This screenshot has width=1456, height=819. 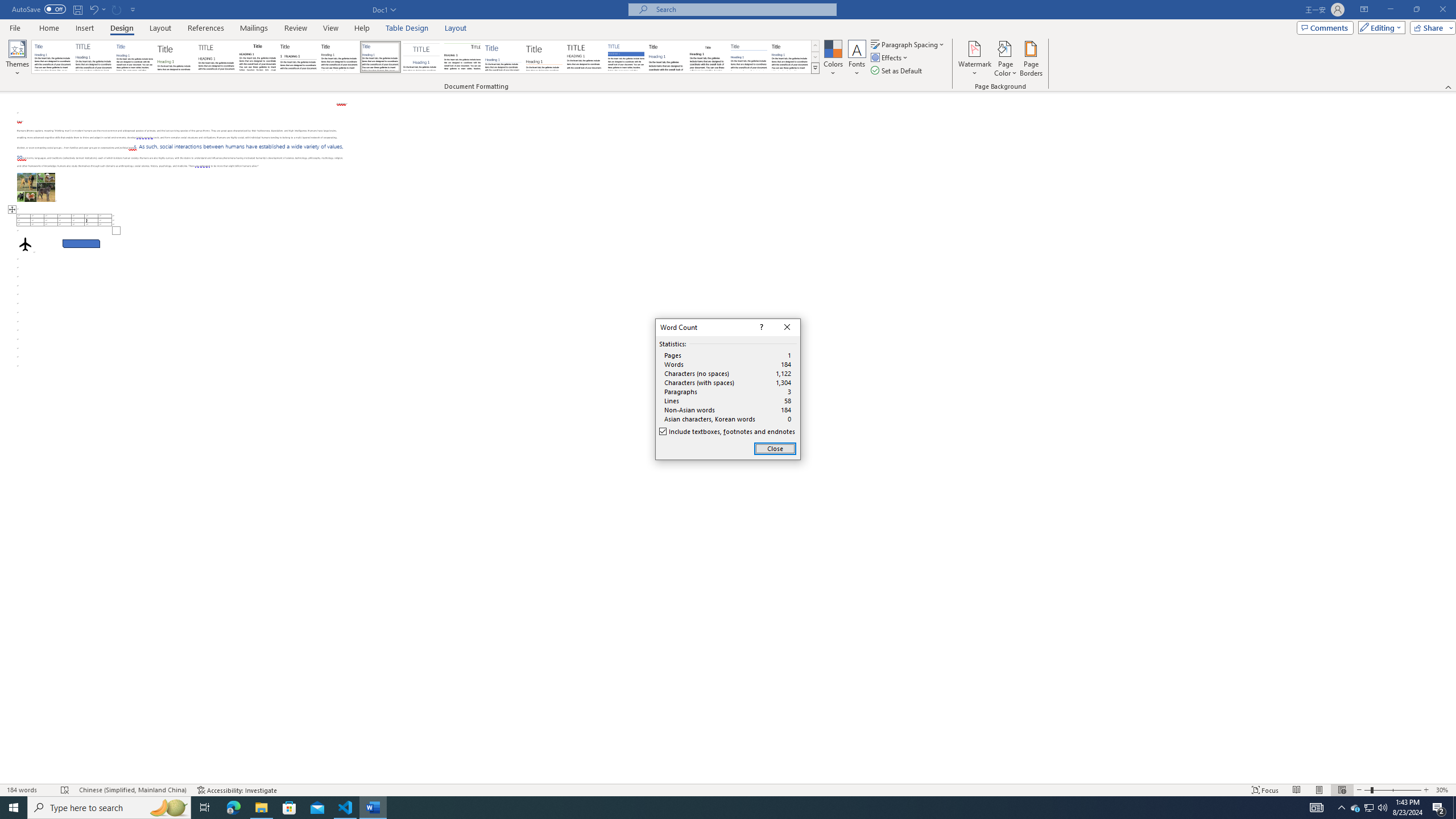 What do you see at coordinates (728, 431) in the screenshot?
I see `'Include textboxes, footnotes and endnotes'` at bounding box center [728, 431].